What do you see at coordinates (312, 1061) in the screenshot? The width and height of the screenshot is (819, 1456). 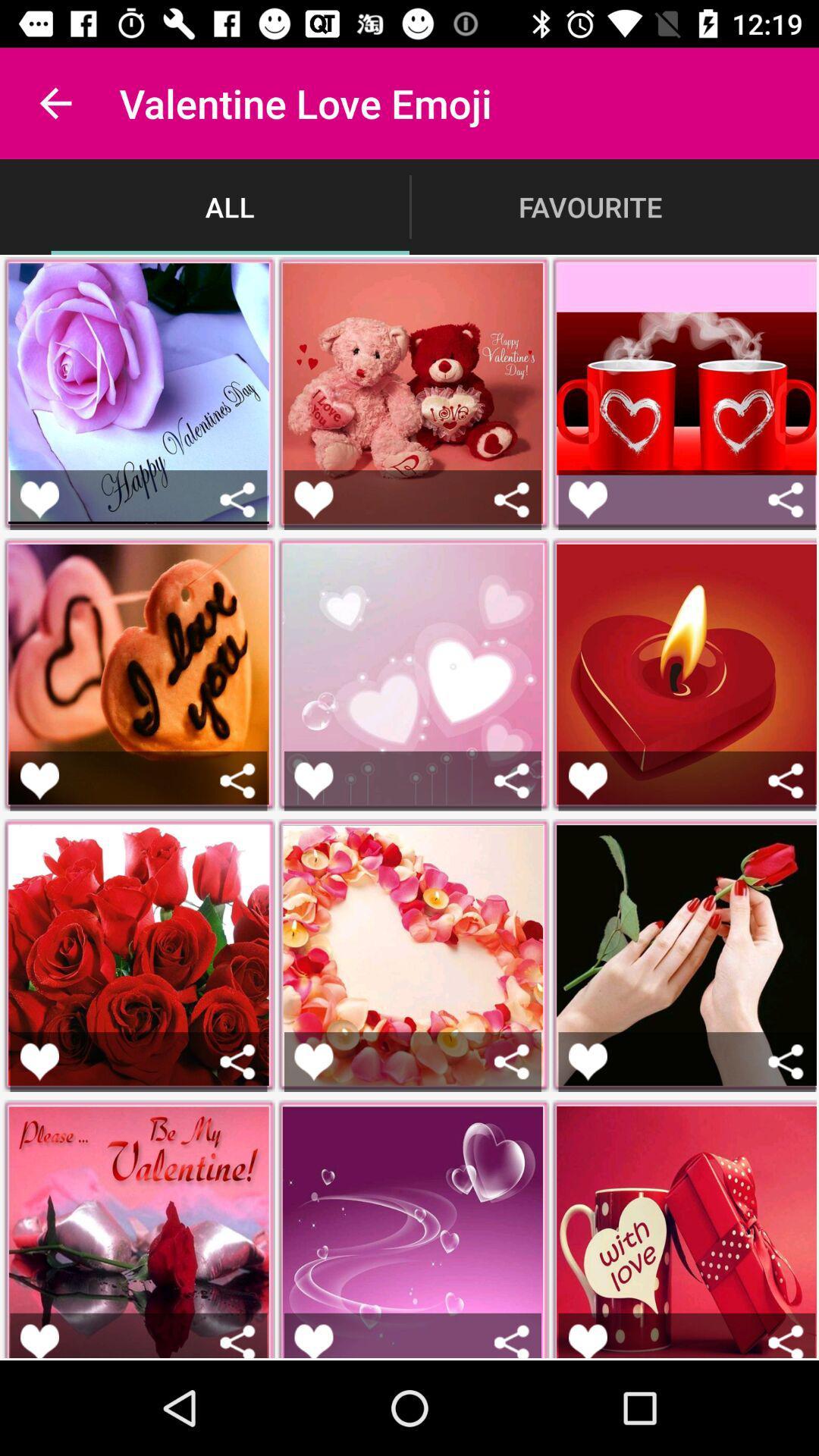 I see `like picture` at bounding box center [312, 1061].